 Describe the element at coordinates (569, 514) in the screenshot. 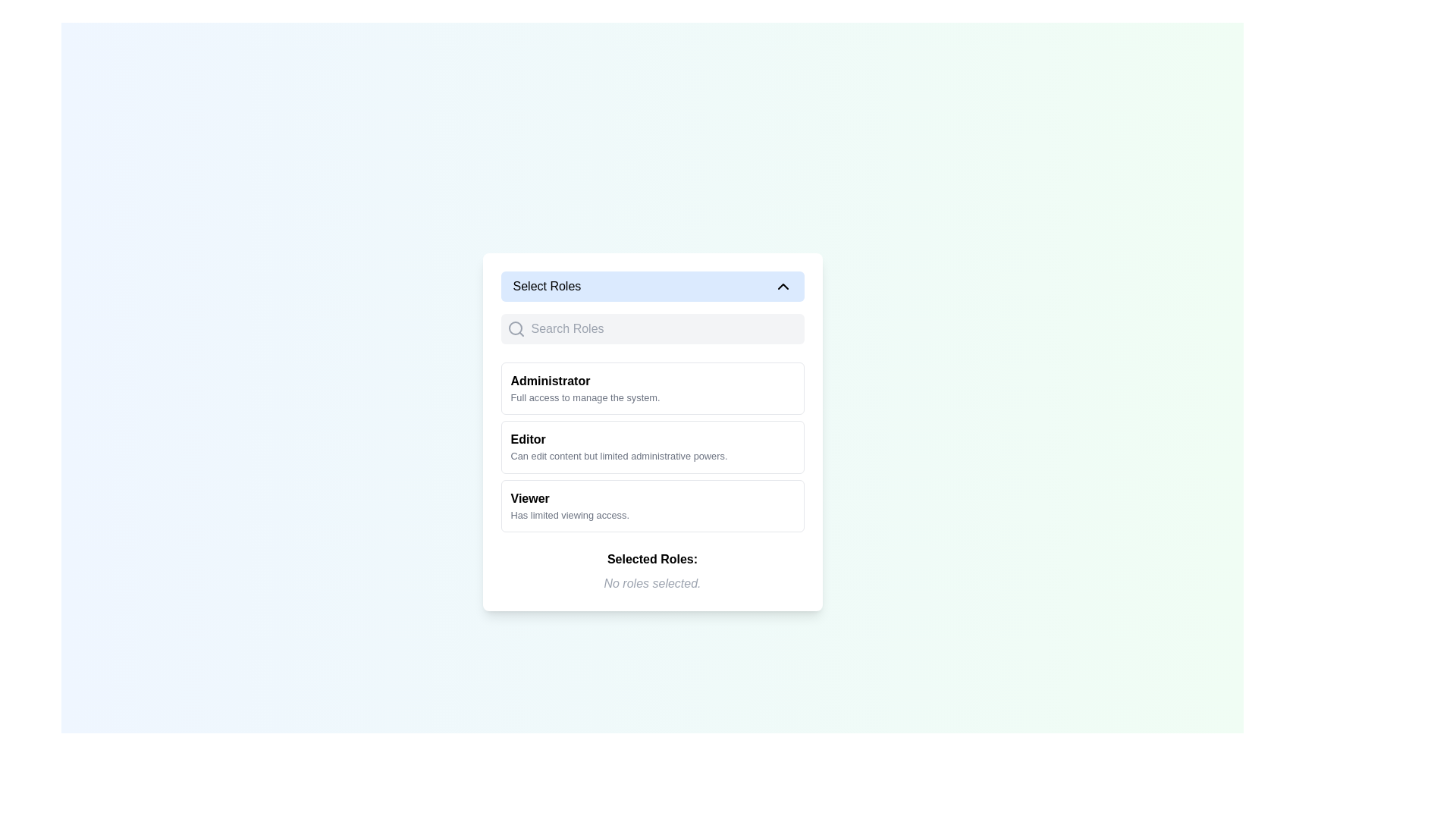

I see `the static label text that provides clarification for the 'Viewer' role, located within the card layout directly below the 'Viewer' title` at that location.